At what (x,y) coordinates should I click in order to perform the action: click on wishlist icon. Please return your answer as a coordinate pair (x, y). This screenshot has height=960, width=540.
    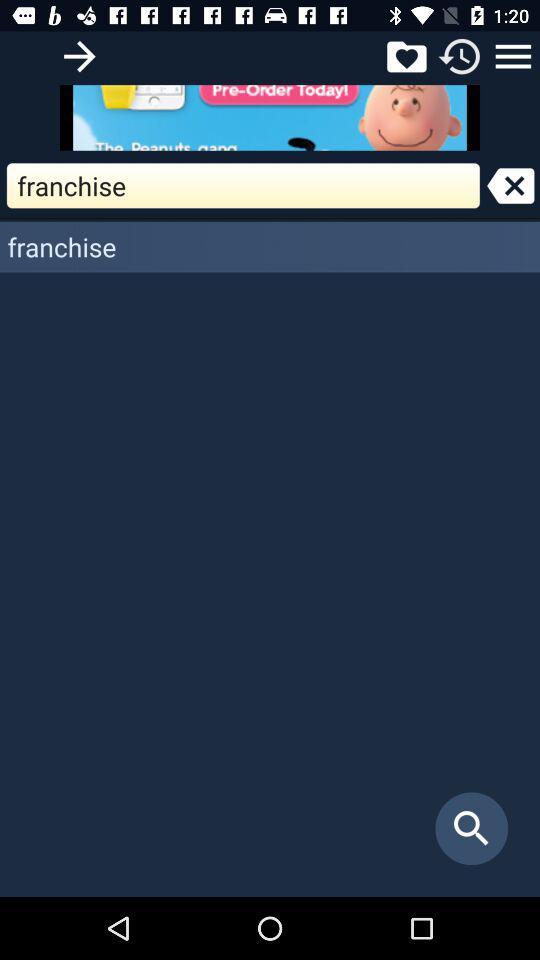
    Looking at the image, I should click on (405, 55).